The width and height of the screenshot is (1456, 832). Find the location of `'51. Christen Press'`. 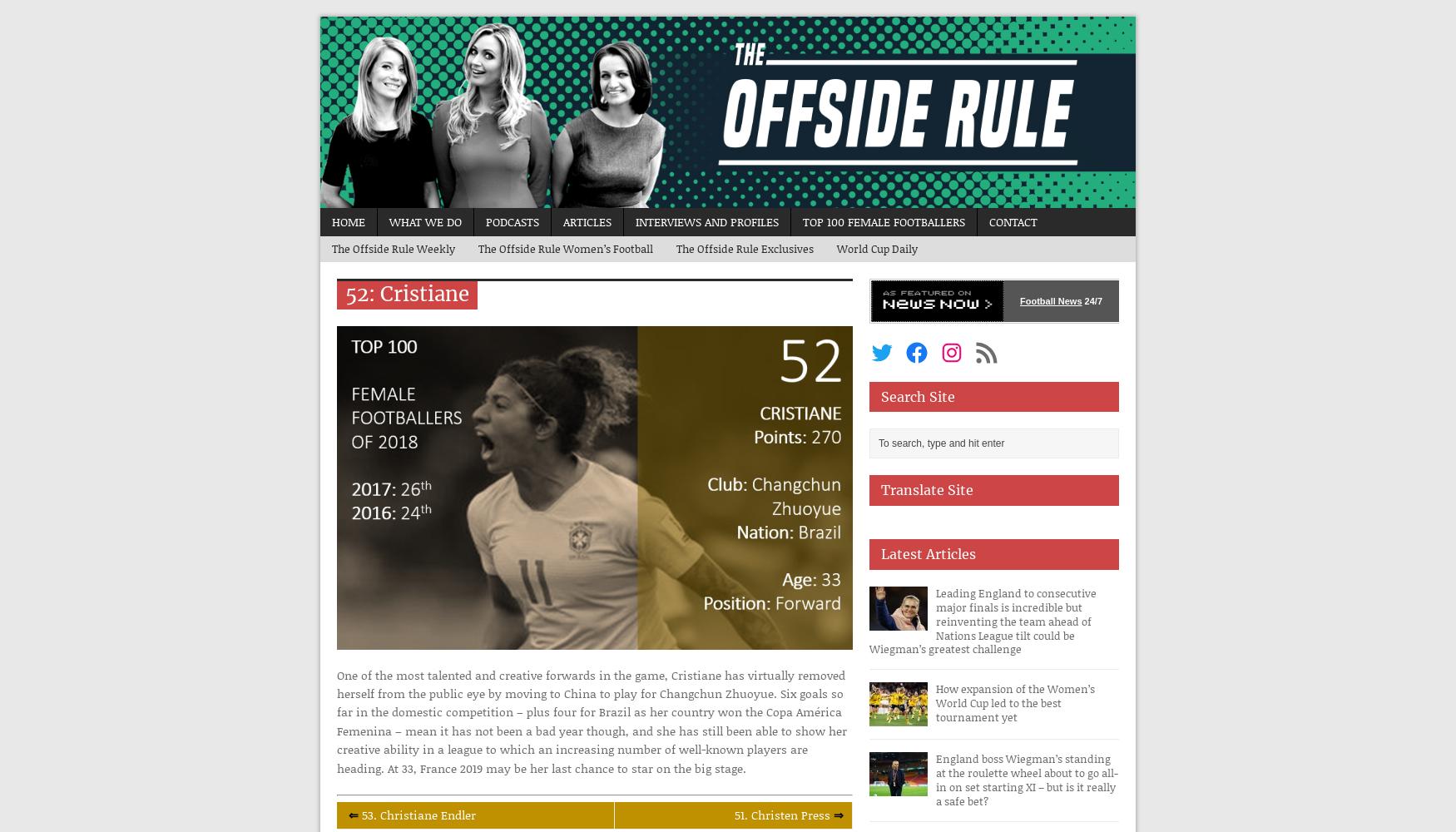

'51. Christen Press' is located at coordinates (734, 814).